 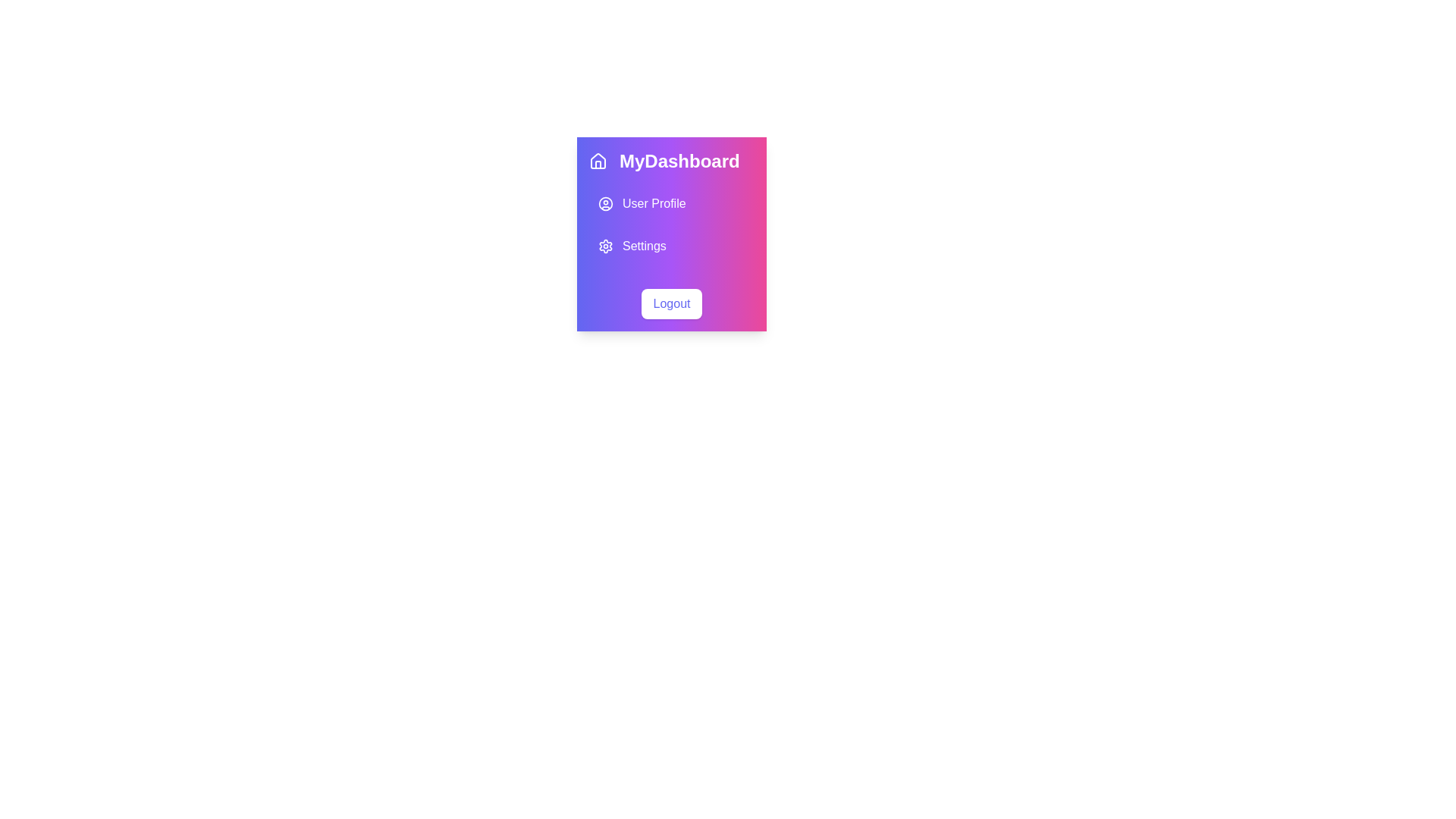 What do you see at coordinates (604, 203) in the screenshot?
I see `the circular outline SVG element that is part of the user-related icon` at bounding box center [604, 203].